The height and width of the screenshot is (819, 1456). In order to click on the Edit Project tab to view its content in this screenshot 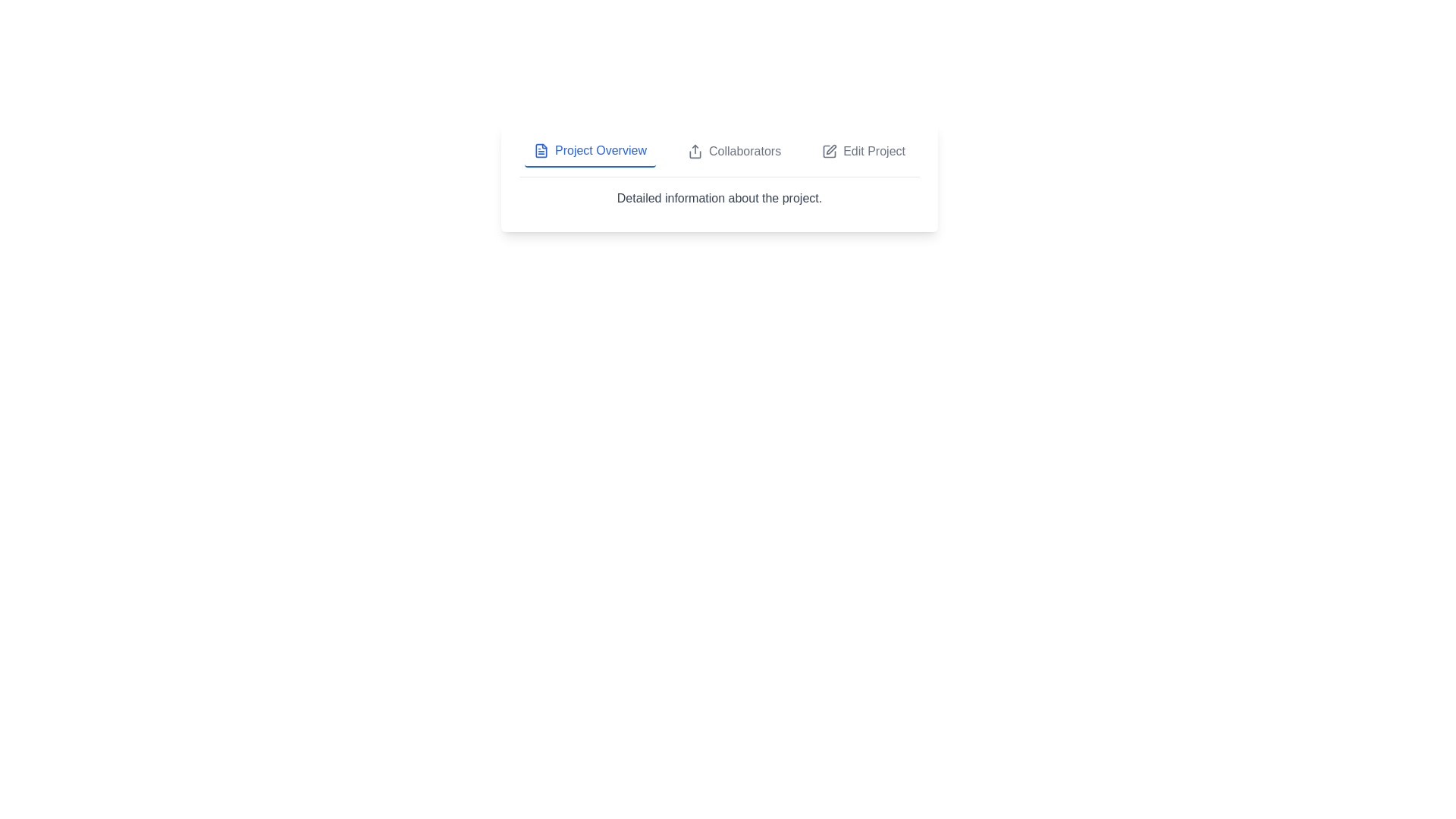, I will do `click(864, 152)`.